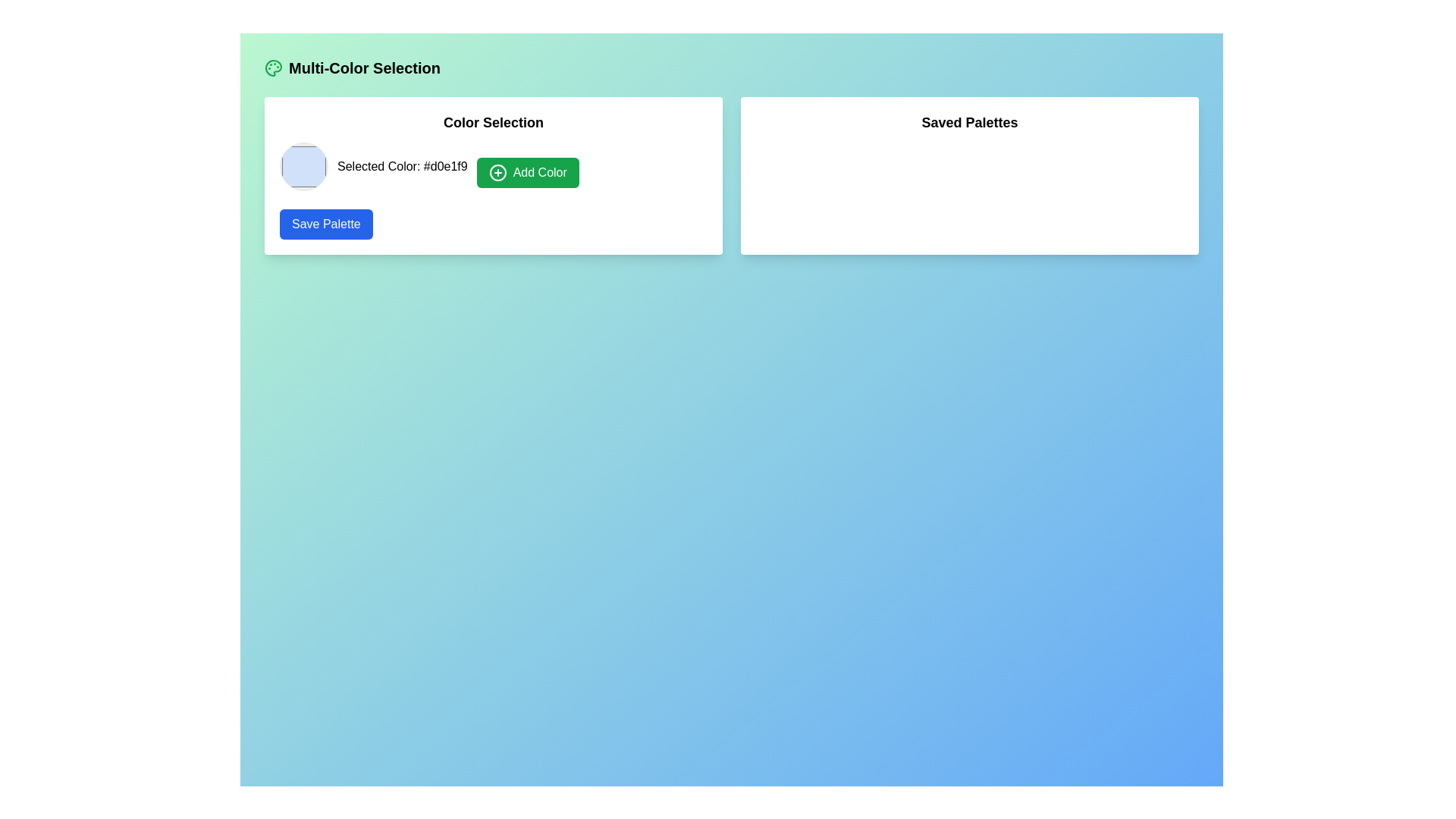  What do you see at coordinates (968, 122) in the screenshot?
I see `the 'Saved Palettes' text label, which is a bold, large heading at the top of a white-background panel in the upper right area of the interface` at bounding box center [968, 122].